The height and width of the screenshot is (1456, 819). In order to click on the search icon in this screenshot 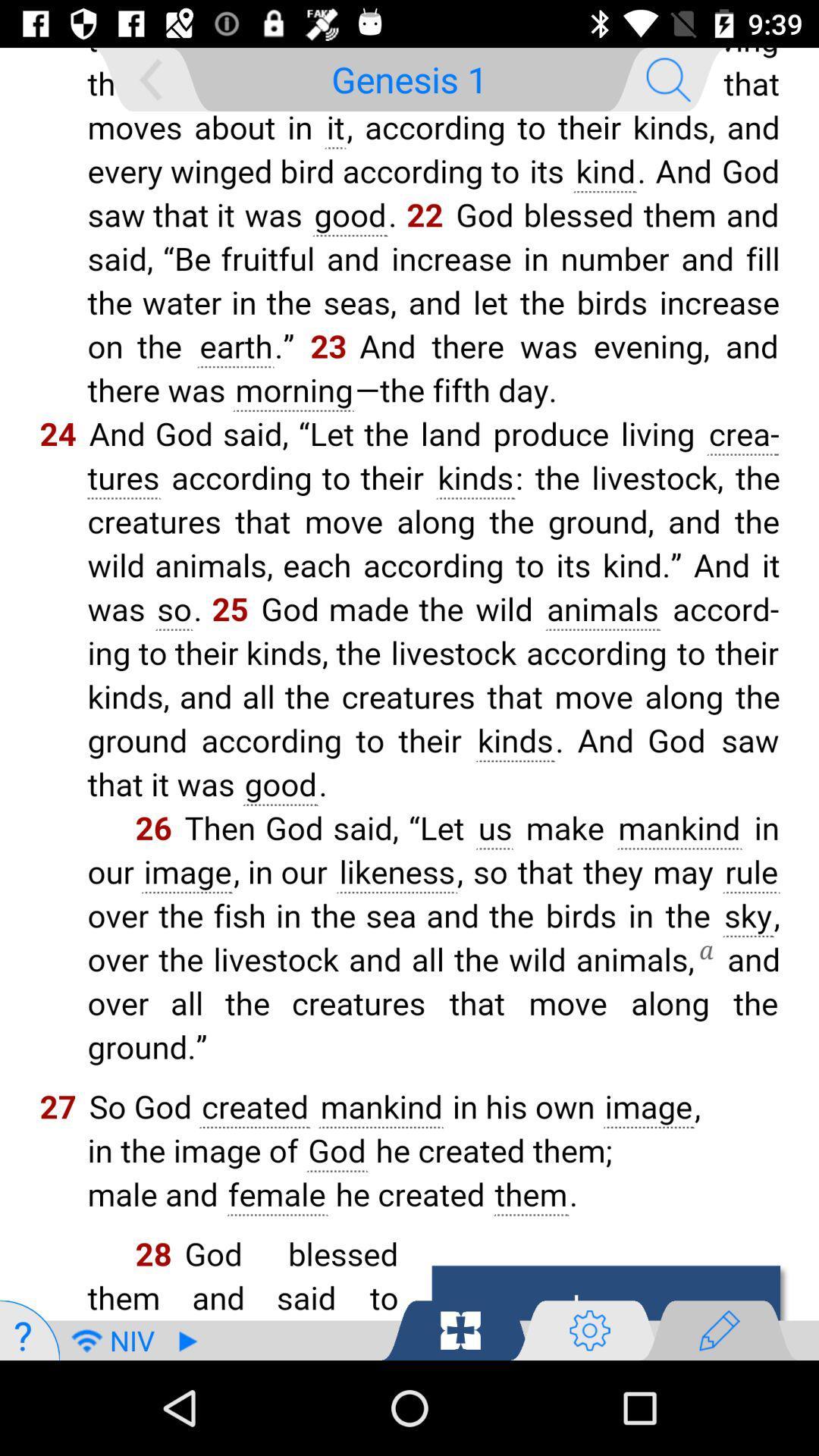, I will do `click(667, 79)`.